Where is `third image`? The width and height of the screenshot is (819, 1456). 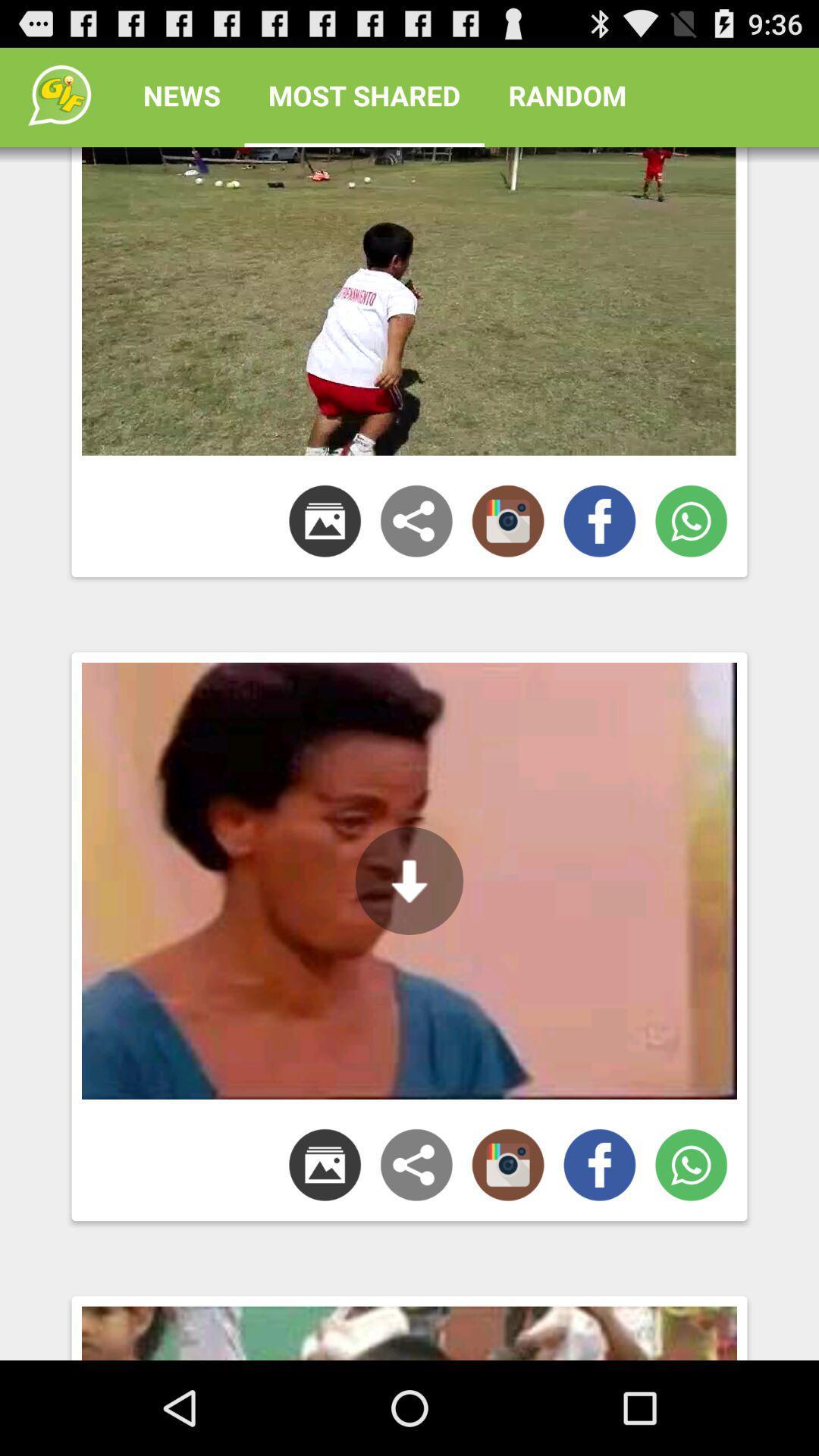
third image is located at coordinates (409, 1324).